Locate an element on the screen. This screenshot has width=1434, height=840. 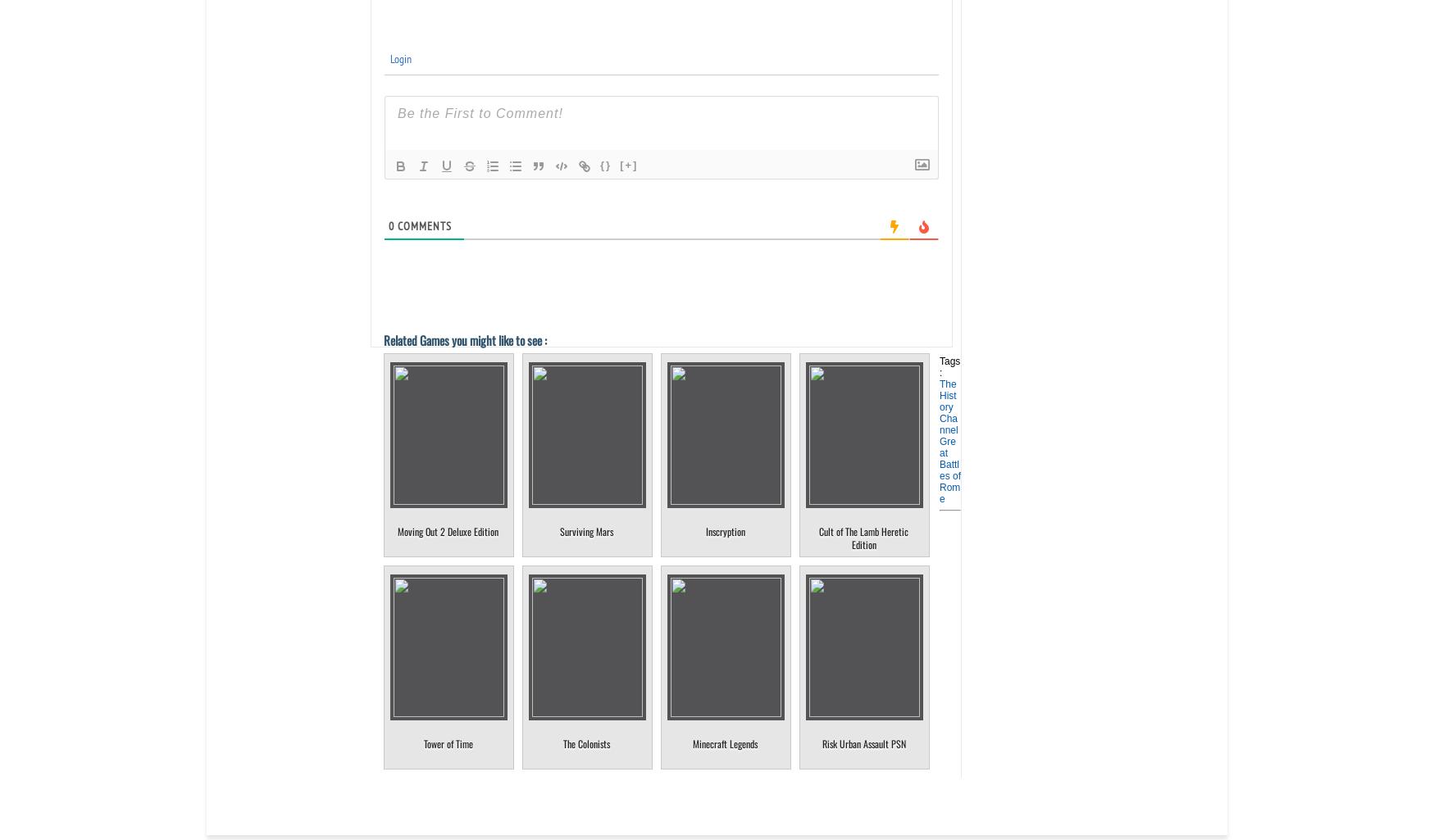
'0' is located at coordinates (391, 225).